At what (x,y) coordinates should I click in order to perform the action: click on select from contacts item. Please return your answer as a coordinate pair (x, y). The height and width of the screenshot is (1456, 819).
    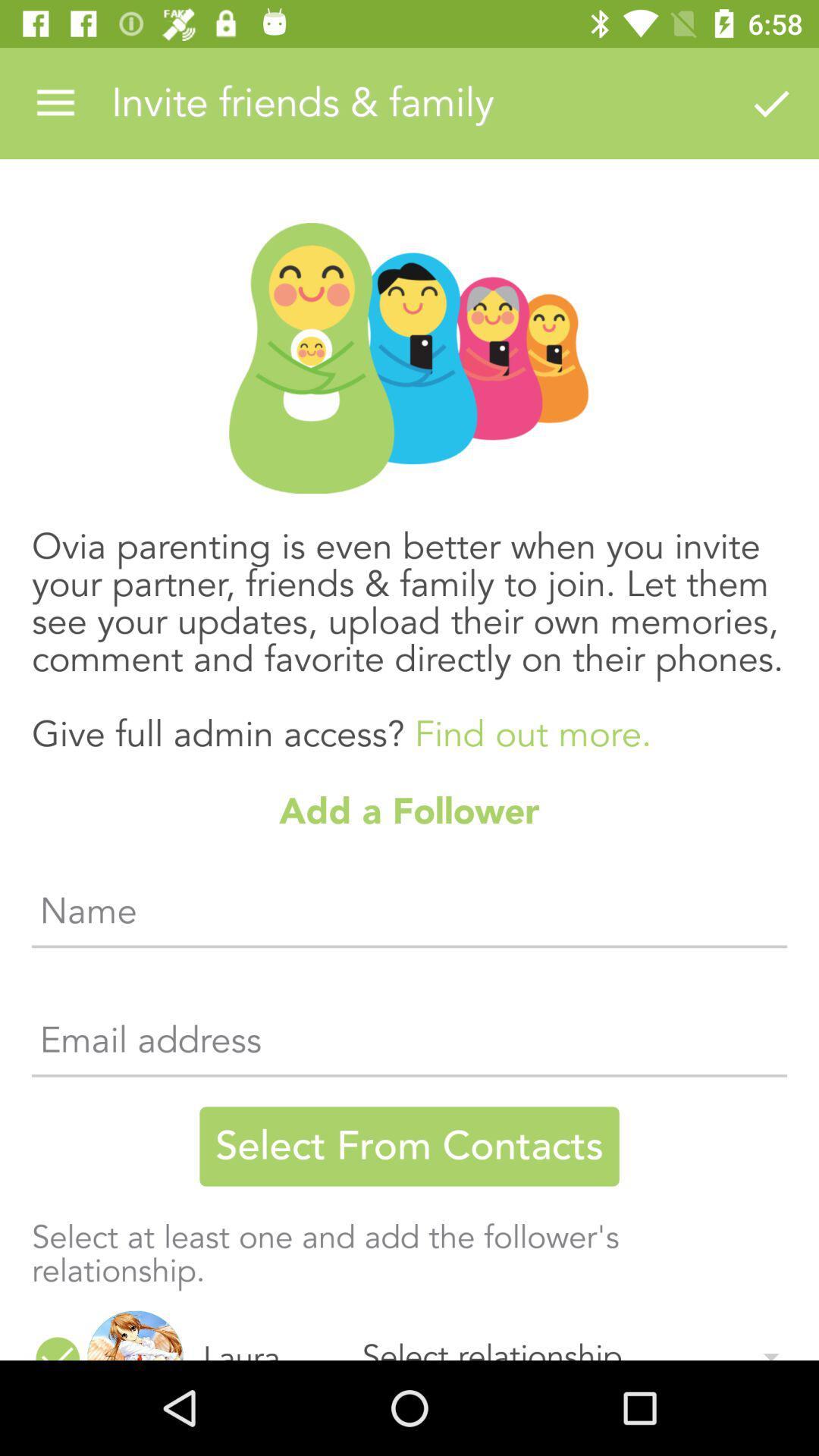
    Looking at the image, I should click on (409, 1147).